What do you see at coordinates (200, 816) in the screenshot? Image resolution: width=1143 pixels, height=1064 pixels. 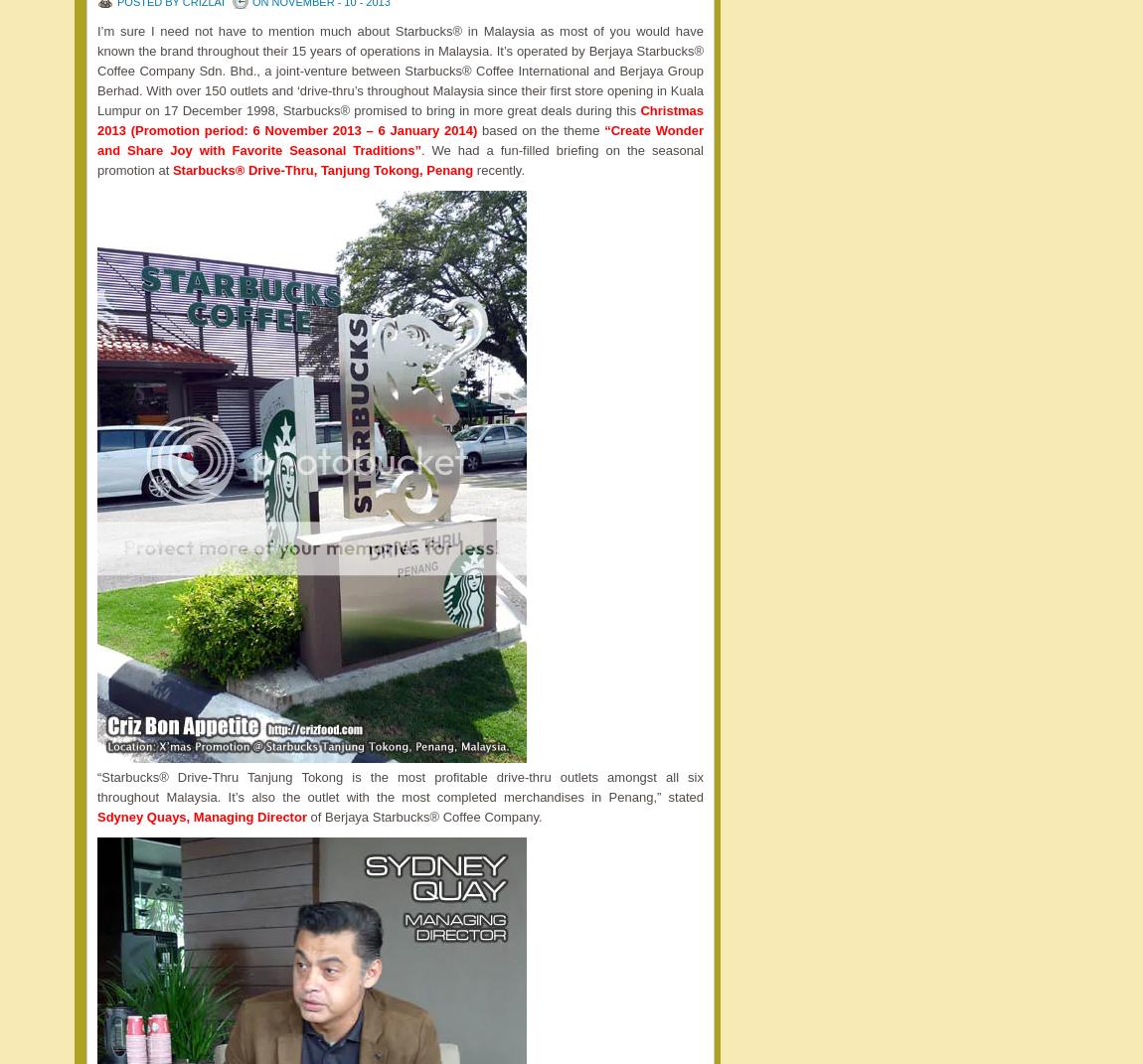 I see `'Sdyney Quays, Managing Director'` at bounding box center [200, 816].